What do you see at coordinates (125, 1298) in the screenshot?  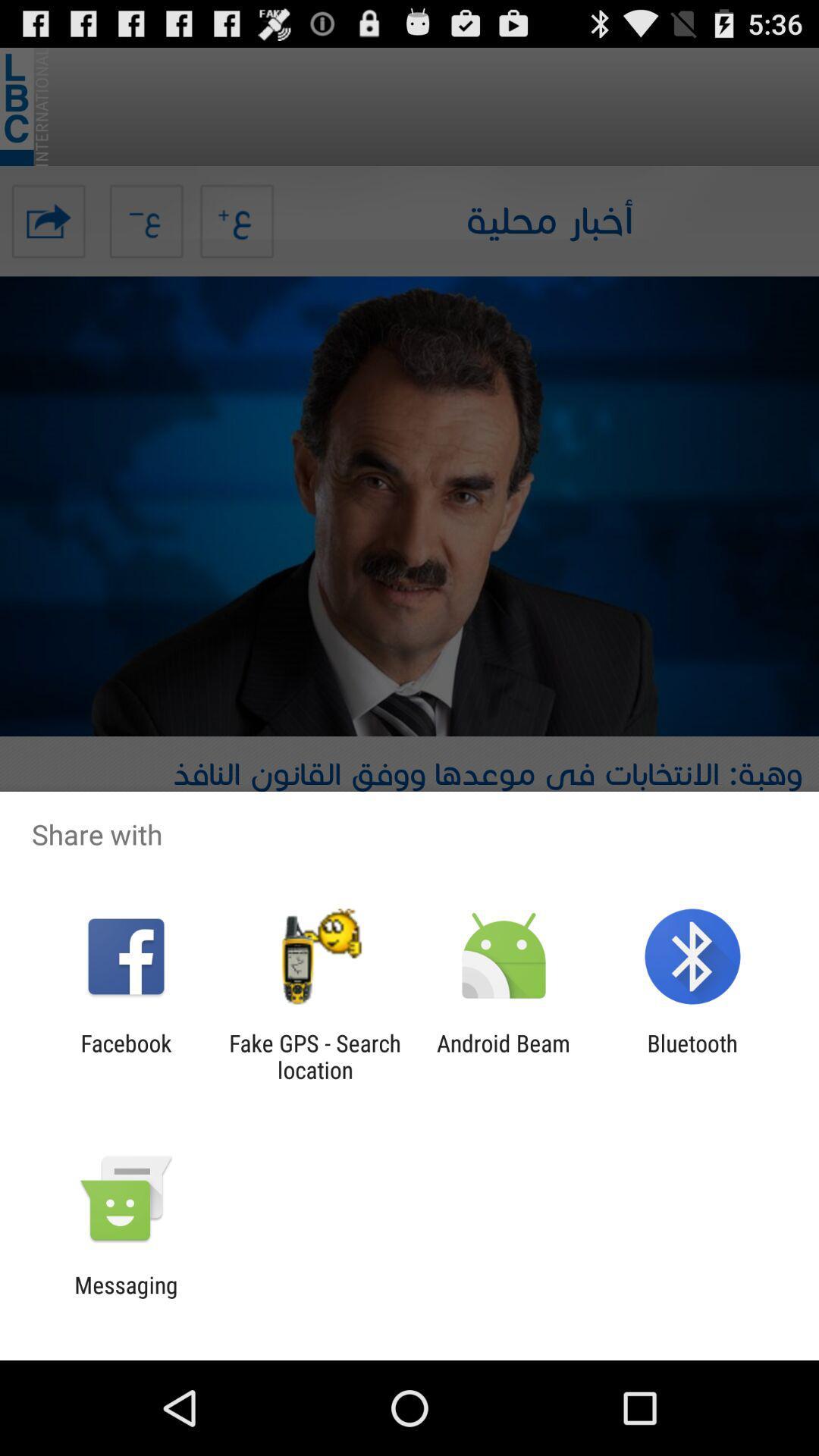 I see `messaging item` at bounding box center [125, 1298].